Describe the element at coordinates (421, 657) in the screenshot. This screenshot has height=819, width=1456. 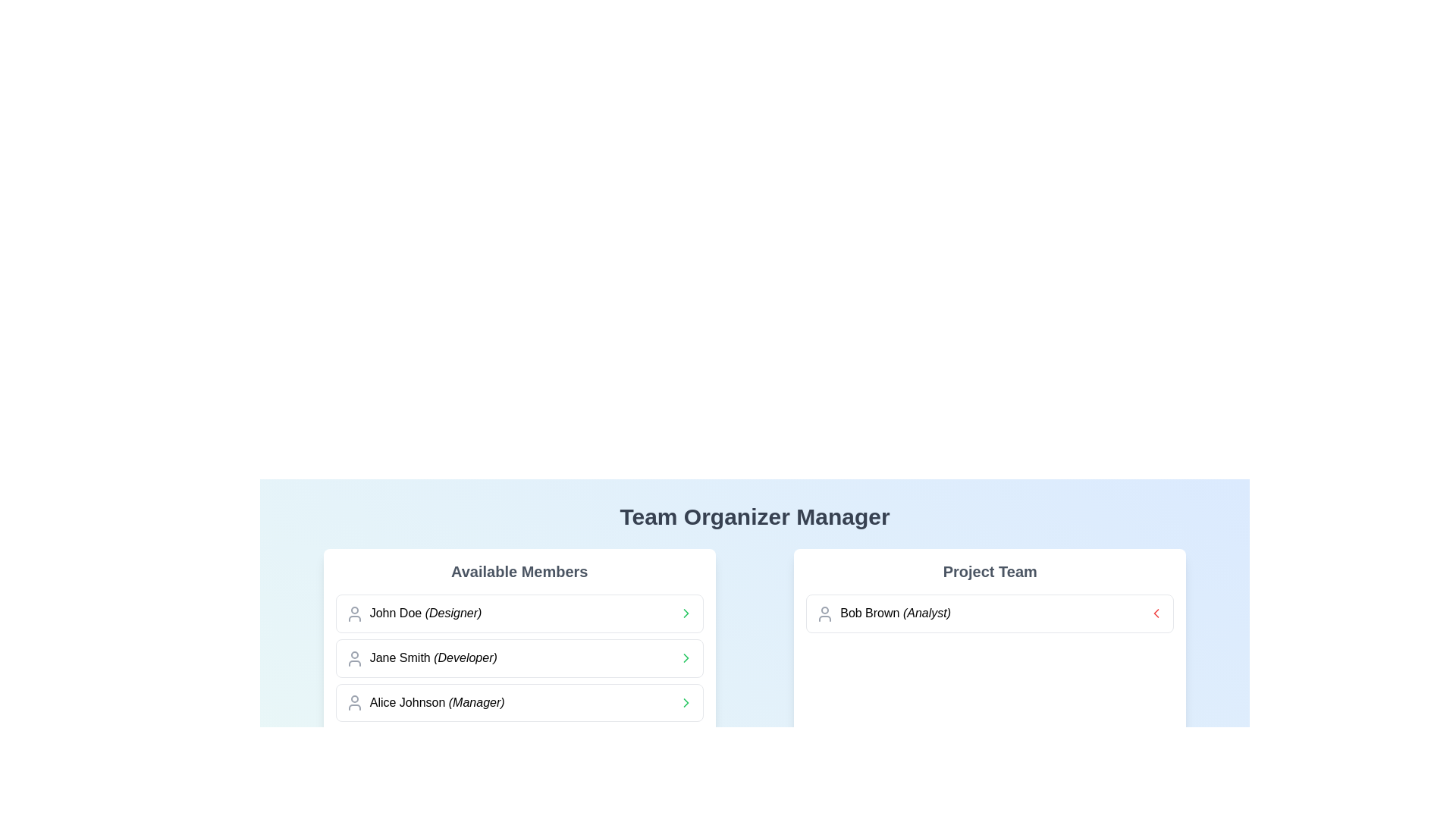
I see `the text label displaying 'Jane Smith (Developer)' in the 'Available Members' section, which is the second entry in the list` at that location.